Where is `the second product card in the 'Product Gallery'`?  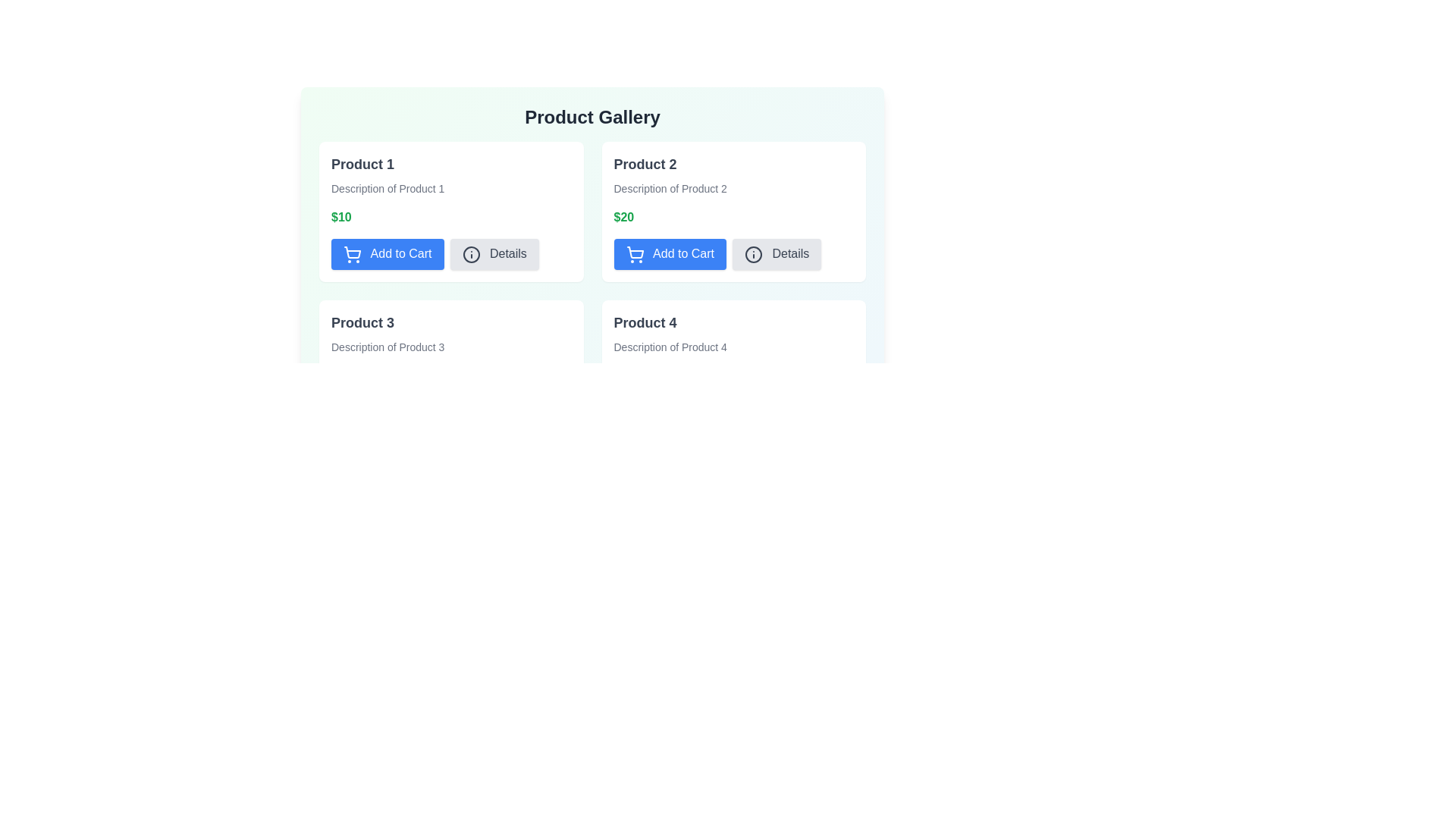 the second product card in the 'Product Gallery' is located at coordinates (591, 216).